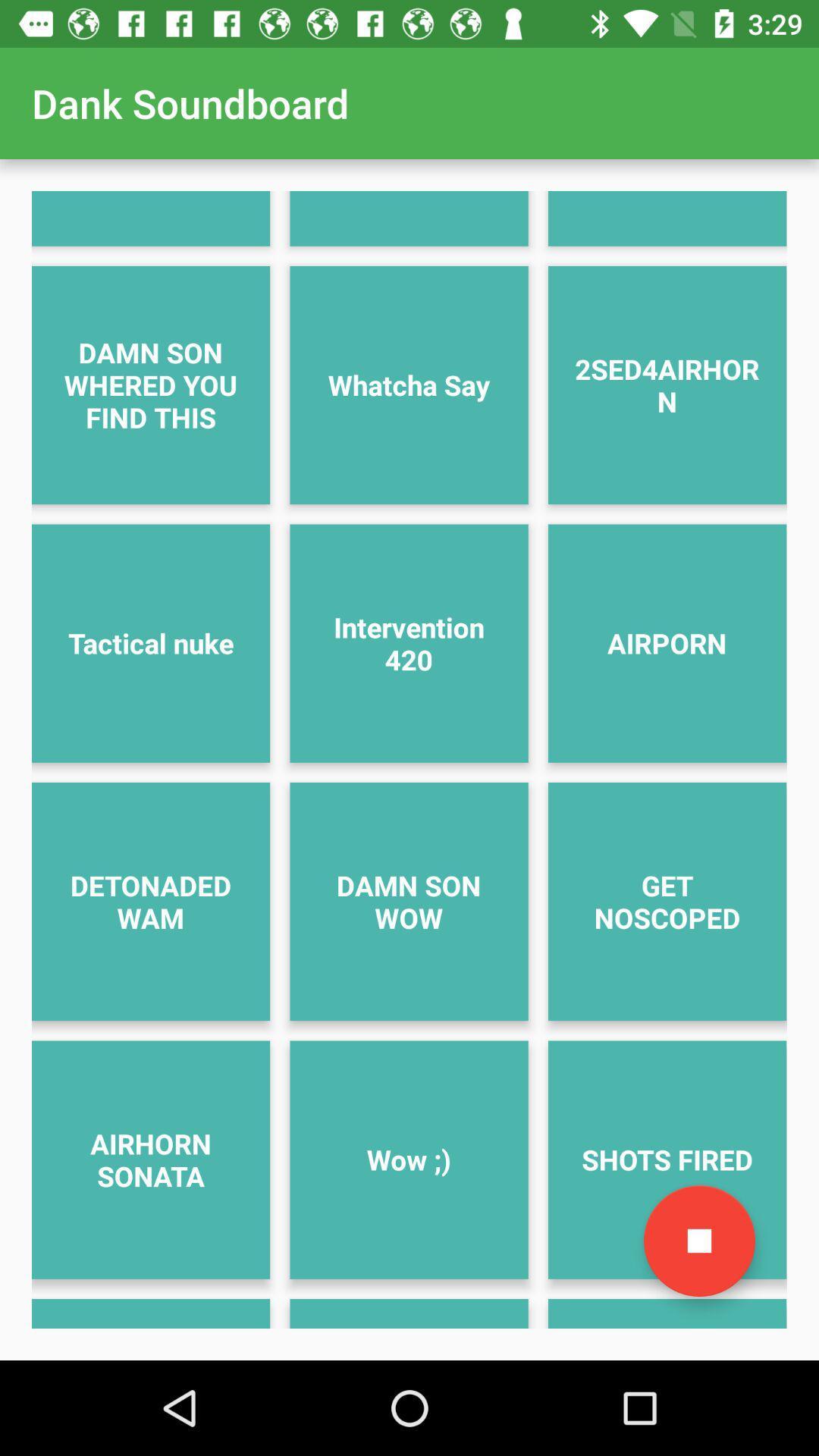 The height and width of the screenshot is (1456, 819). I want to click on photo button, so click(699, 1241).